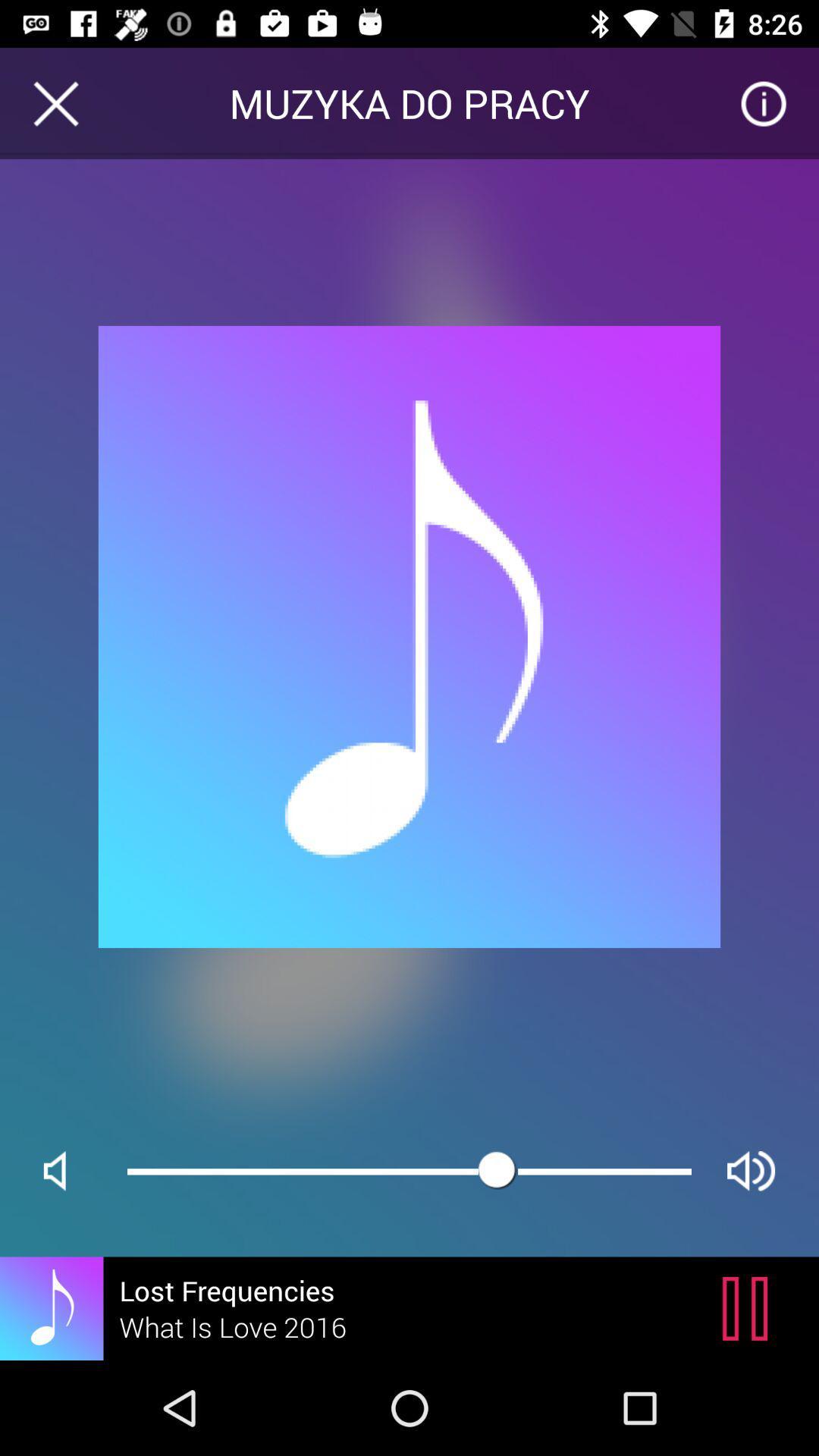 The width and height of the screenshot is (819, 1456). I want to click on the item next to the lost frequencies icon, so click(748, 1307).